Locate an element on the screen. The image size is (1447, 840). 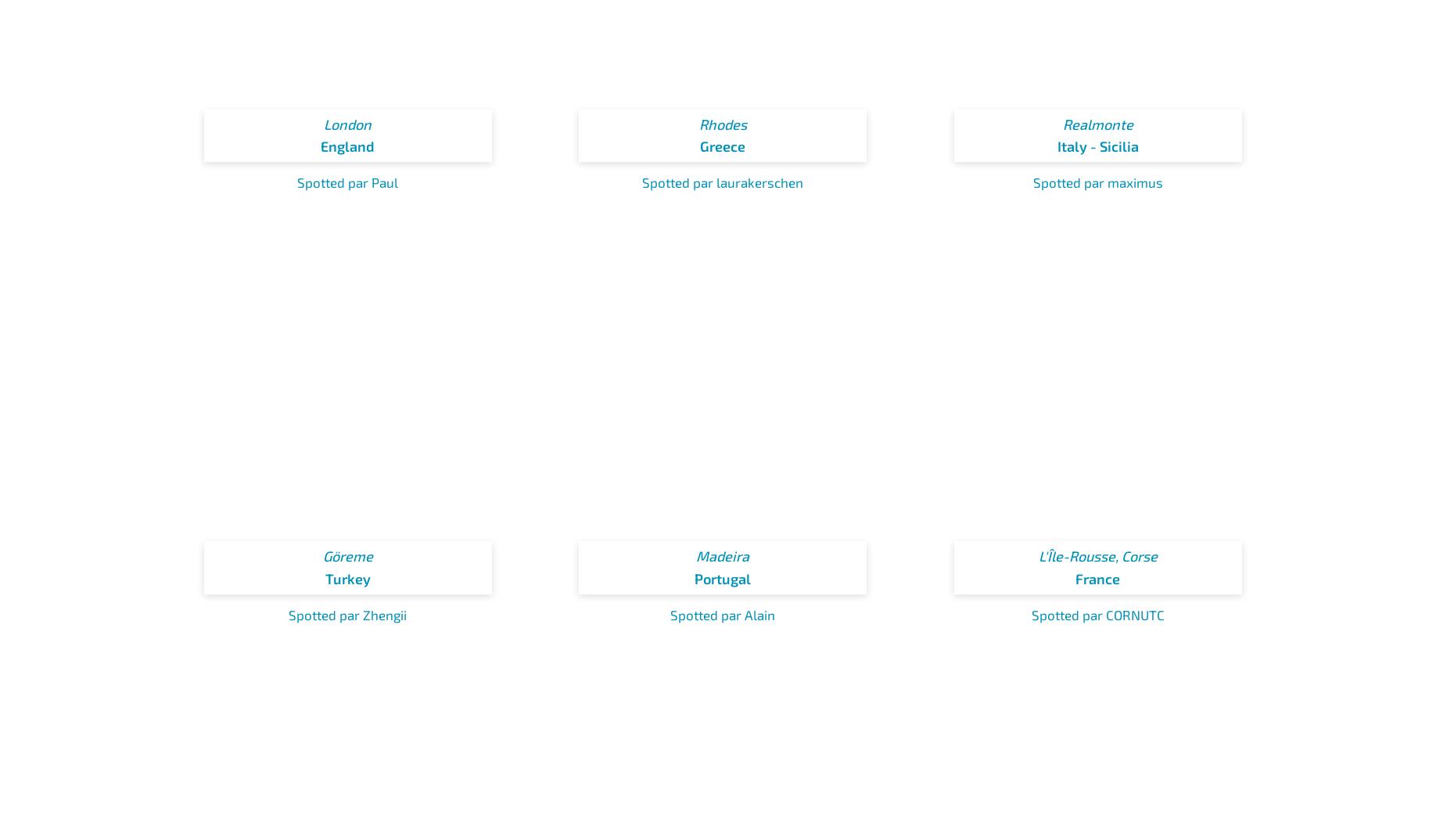
'France' is located at coordinates (1097, 578).